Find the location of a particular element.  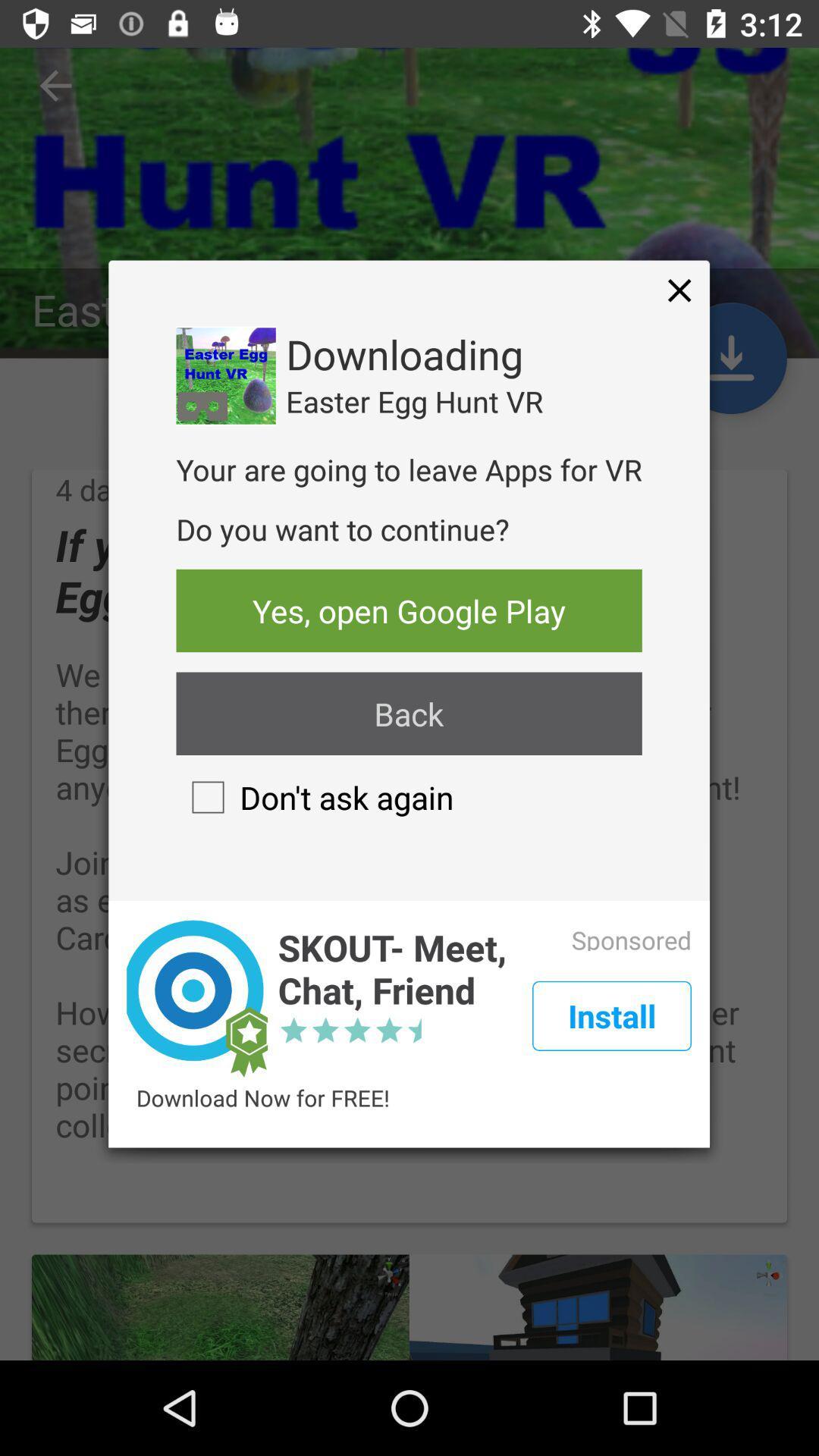

yes open google icon is located at coordinates (408, 610).